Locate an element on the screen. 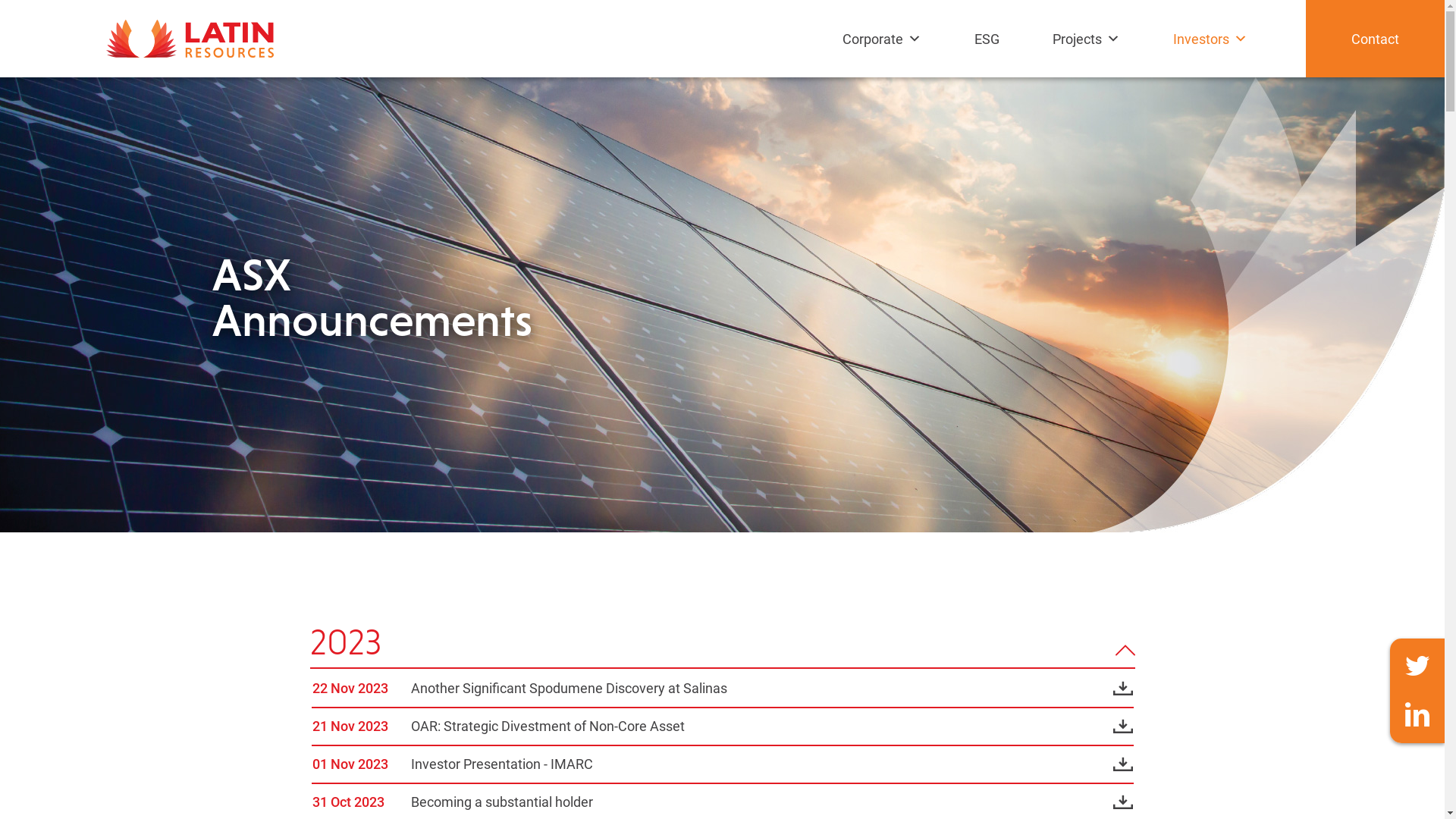 This screenshot has width=1456, height=819. 'Investor Presentation - IMARC' is located at coordinates (411, 764).